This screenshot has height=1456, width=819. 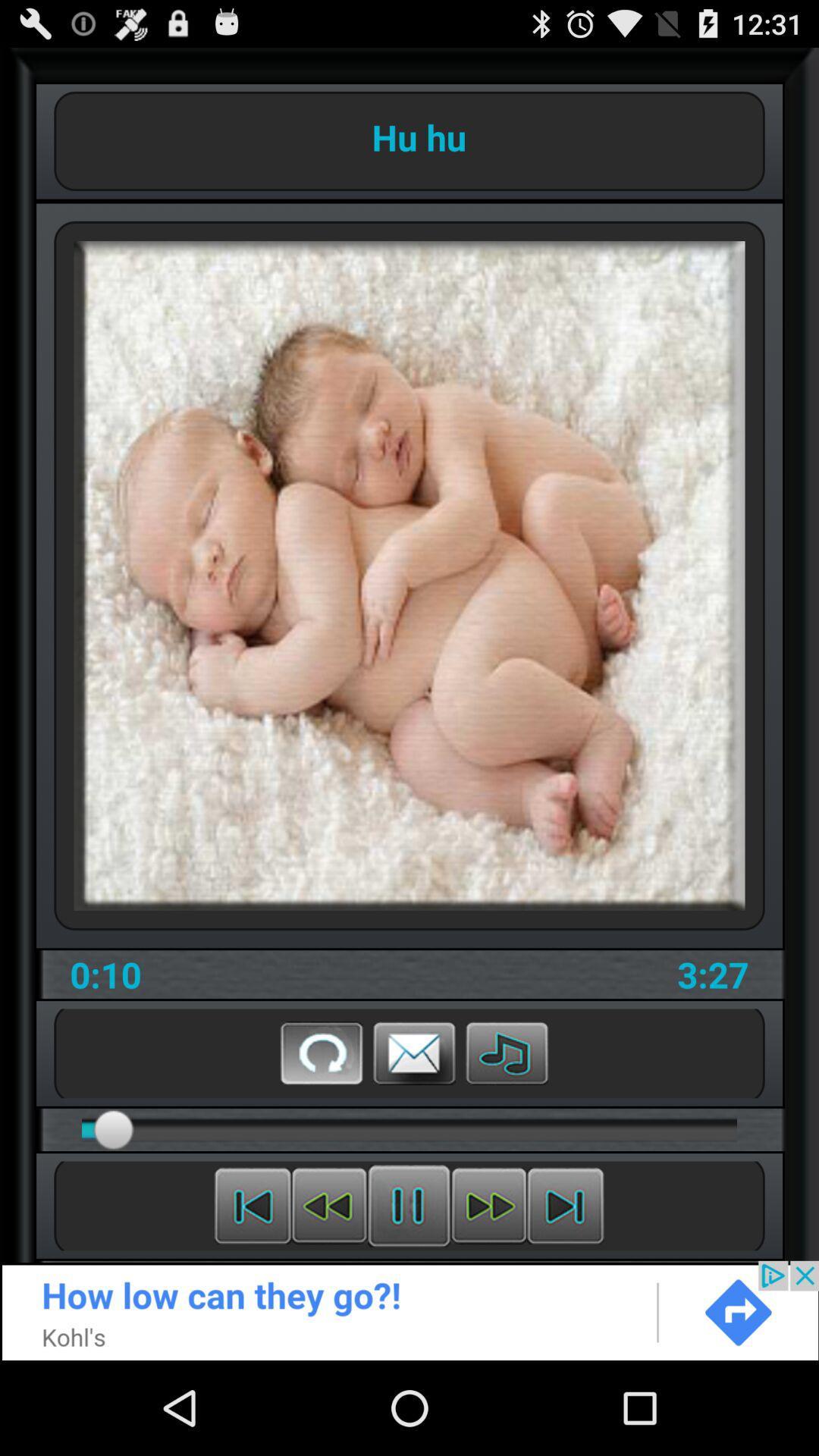 What do you see at coordinates (565, 1205) in the screenshot?
I see `go forward to next song` at bounding box center [565, 1205].